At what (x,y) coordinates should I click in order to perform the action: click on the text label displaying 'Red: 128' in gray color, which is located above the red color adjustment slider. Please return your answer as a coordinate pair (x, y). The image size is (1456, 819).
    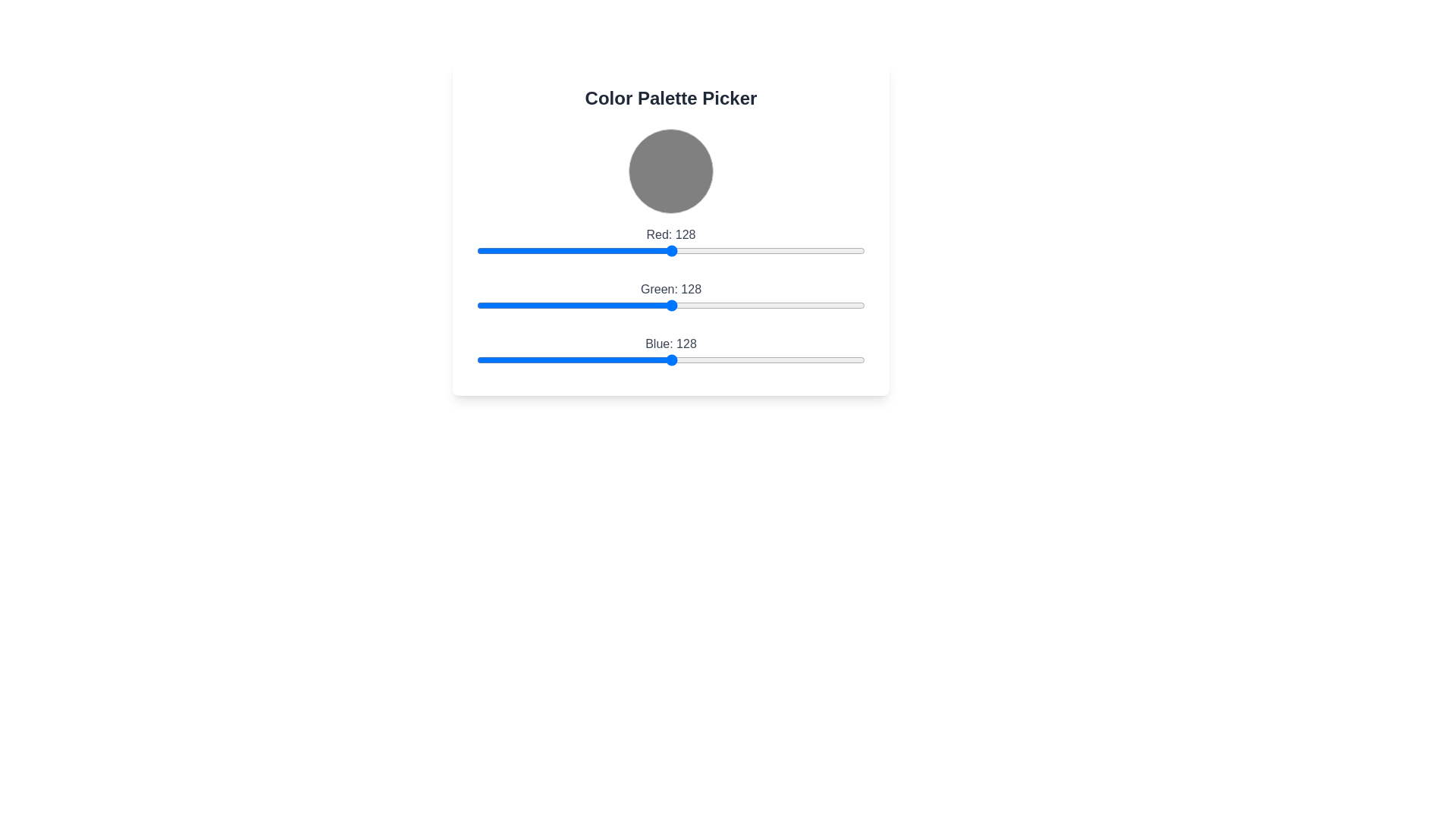
    Looking at the image, I should click on (670, 234).